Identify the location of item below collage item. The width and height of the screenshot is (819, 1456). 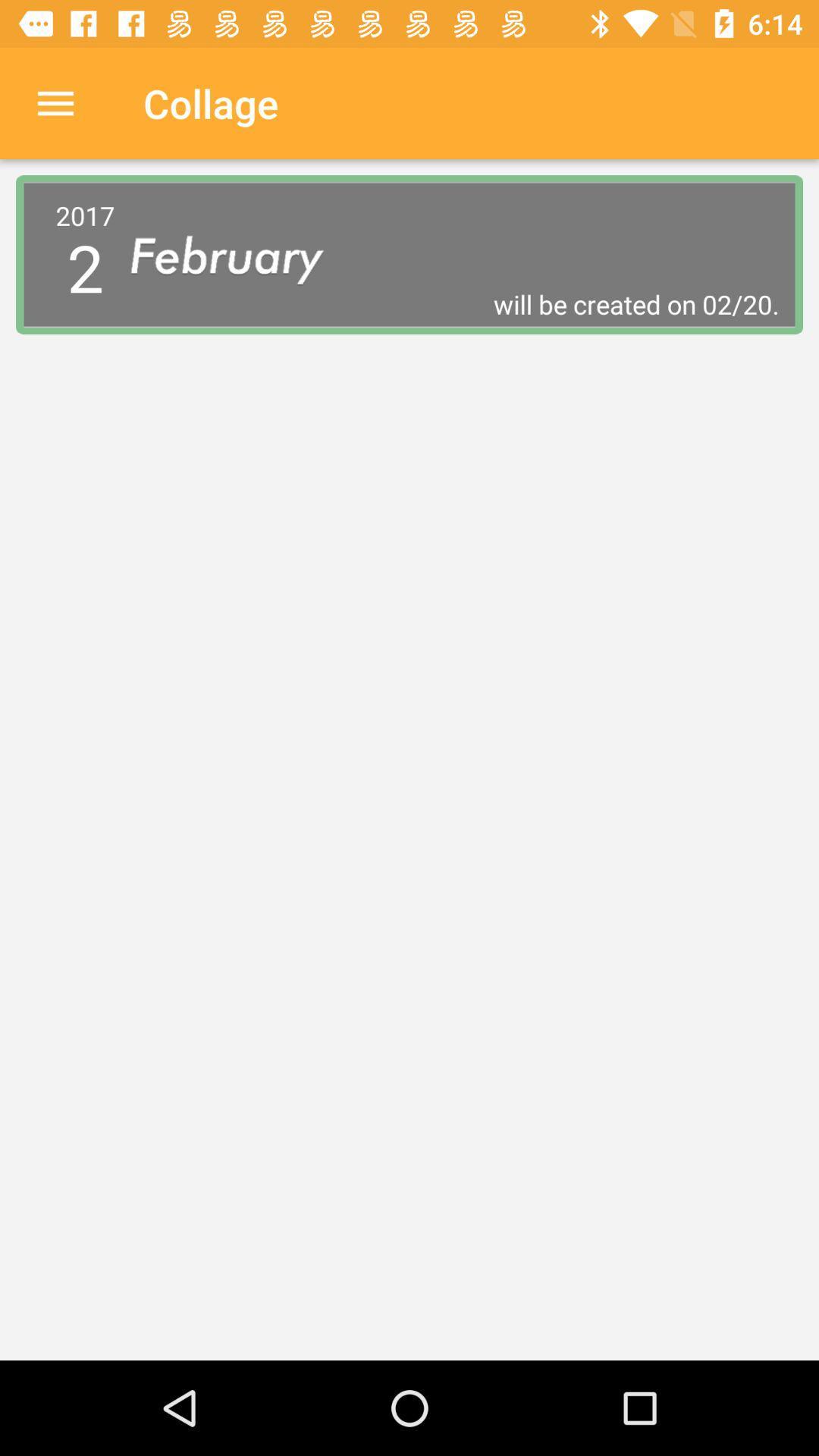
(239, 255).